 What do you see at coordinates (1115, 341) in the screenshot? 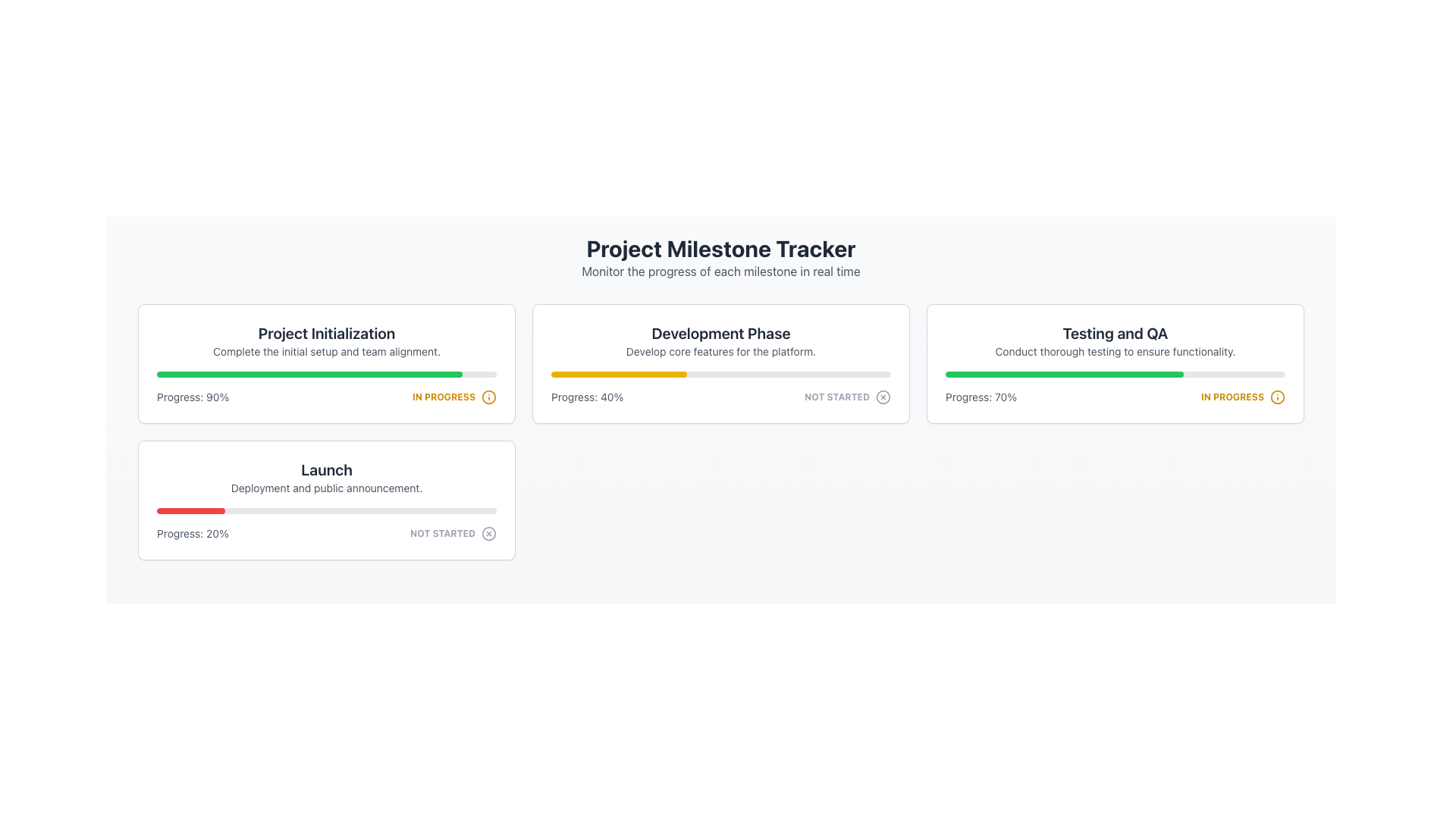
I see `description from the text block that labels the 'Testing and QA' phase in the project tracker, located in the top right card of the main grid layout` at bounding box center [1115, 341].